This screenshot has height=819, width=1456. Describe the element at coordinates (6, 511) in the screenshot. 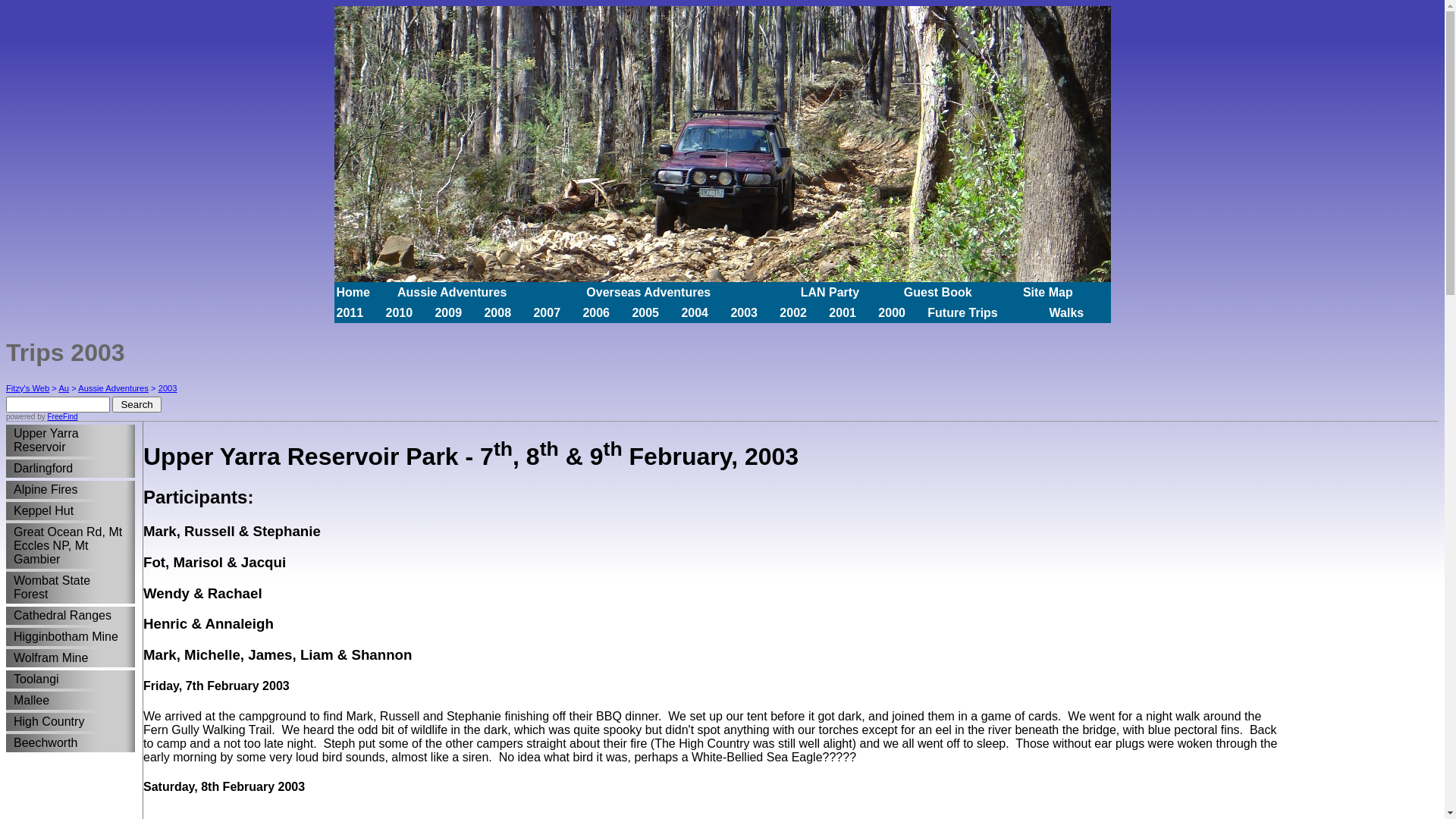

I see `'Keppel Hut'` at that location.